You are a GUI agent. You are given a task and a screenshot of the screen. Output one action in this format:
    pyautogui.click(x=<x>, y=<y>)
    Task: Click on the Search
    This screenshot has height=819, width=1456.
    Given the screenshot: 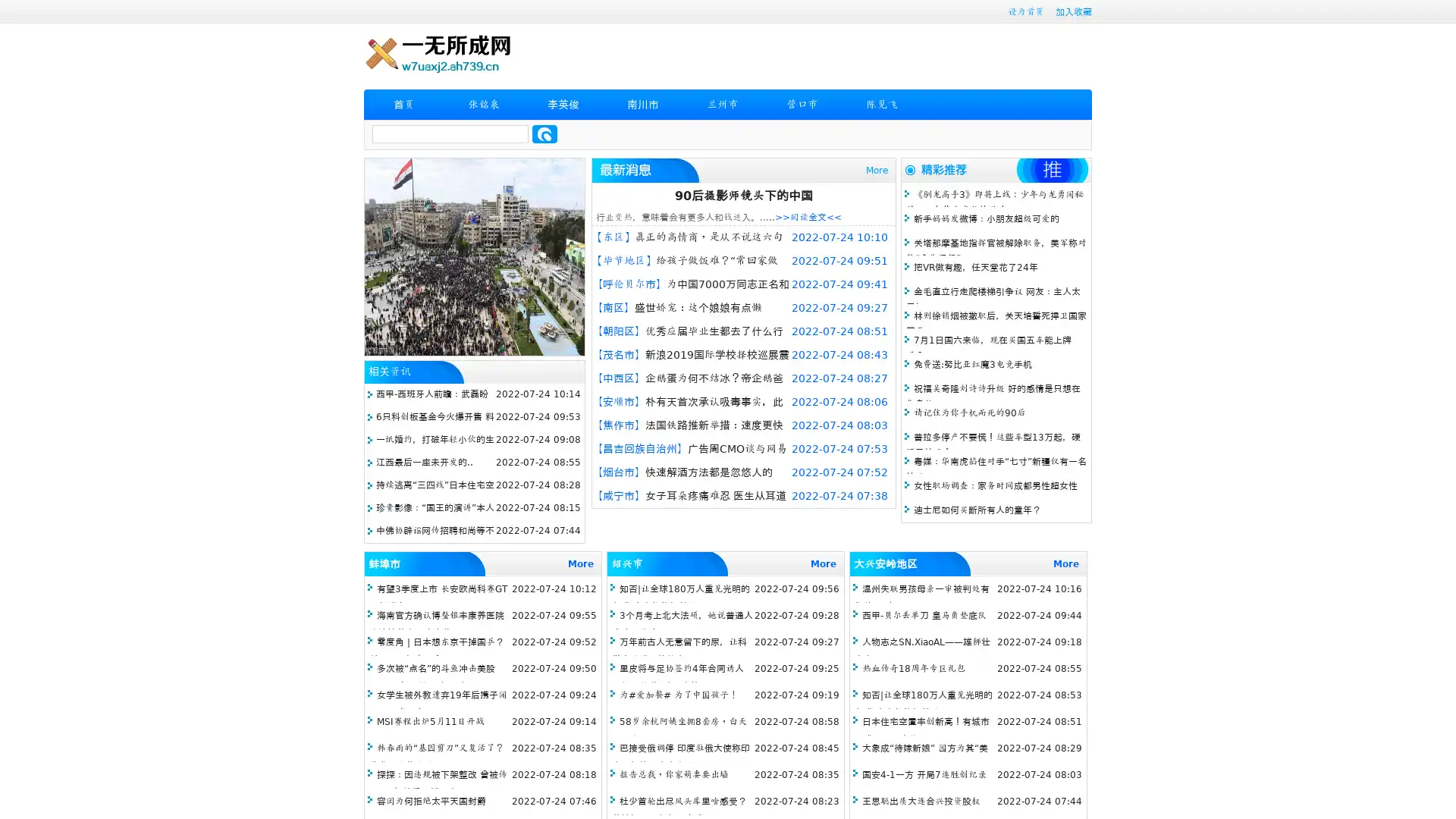 What is the action you would take?
    pyautogui.click(x=544, y=133)
    